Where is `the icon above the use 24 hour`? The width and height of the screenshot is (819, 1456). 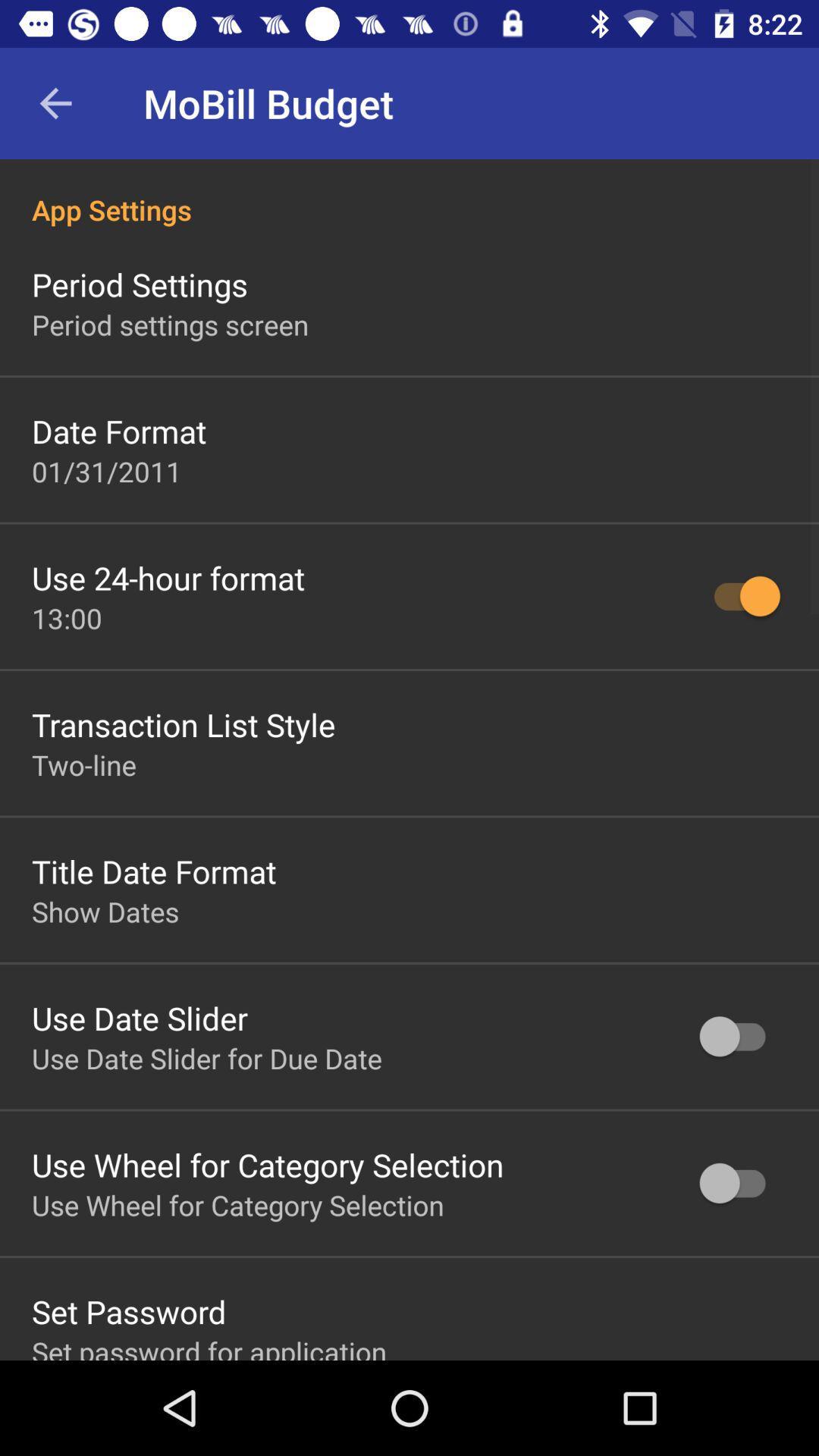 the icon above the use 24 hour is located at coordinates (106, 470).